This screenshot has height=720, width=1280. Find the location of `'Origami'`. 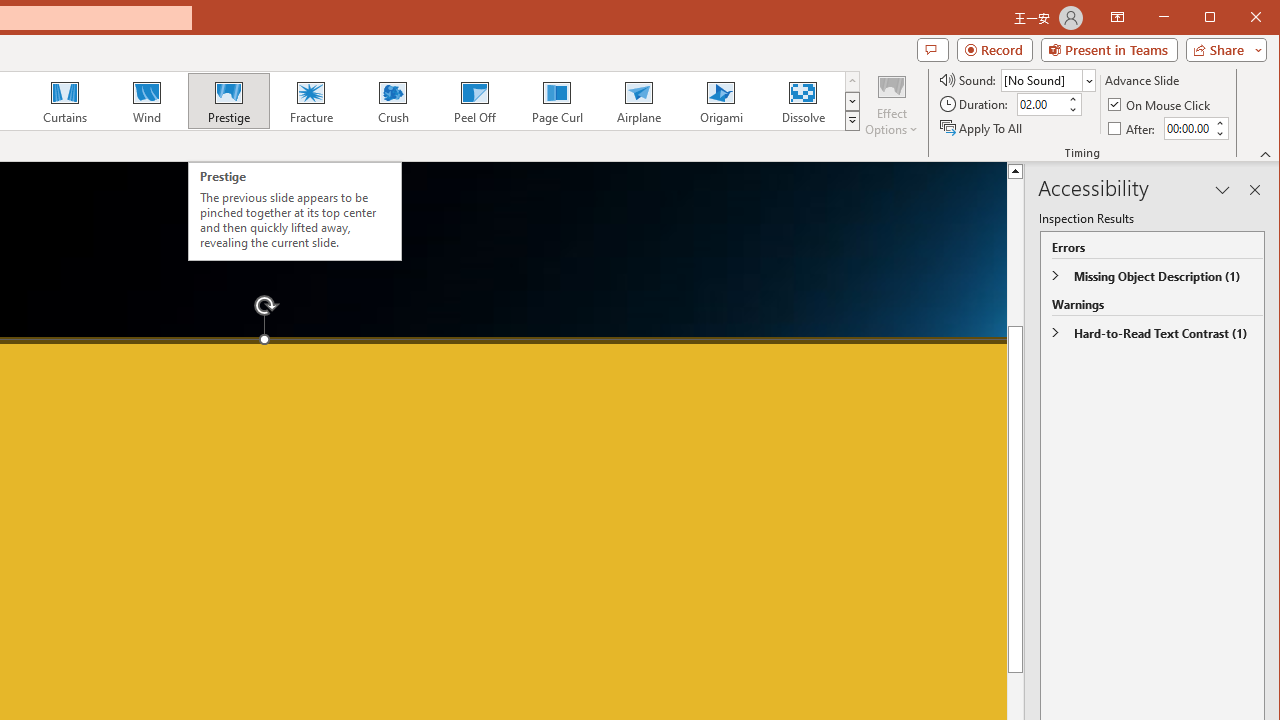

'Origami' is located at coordinates (720, 100).